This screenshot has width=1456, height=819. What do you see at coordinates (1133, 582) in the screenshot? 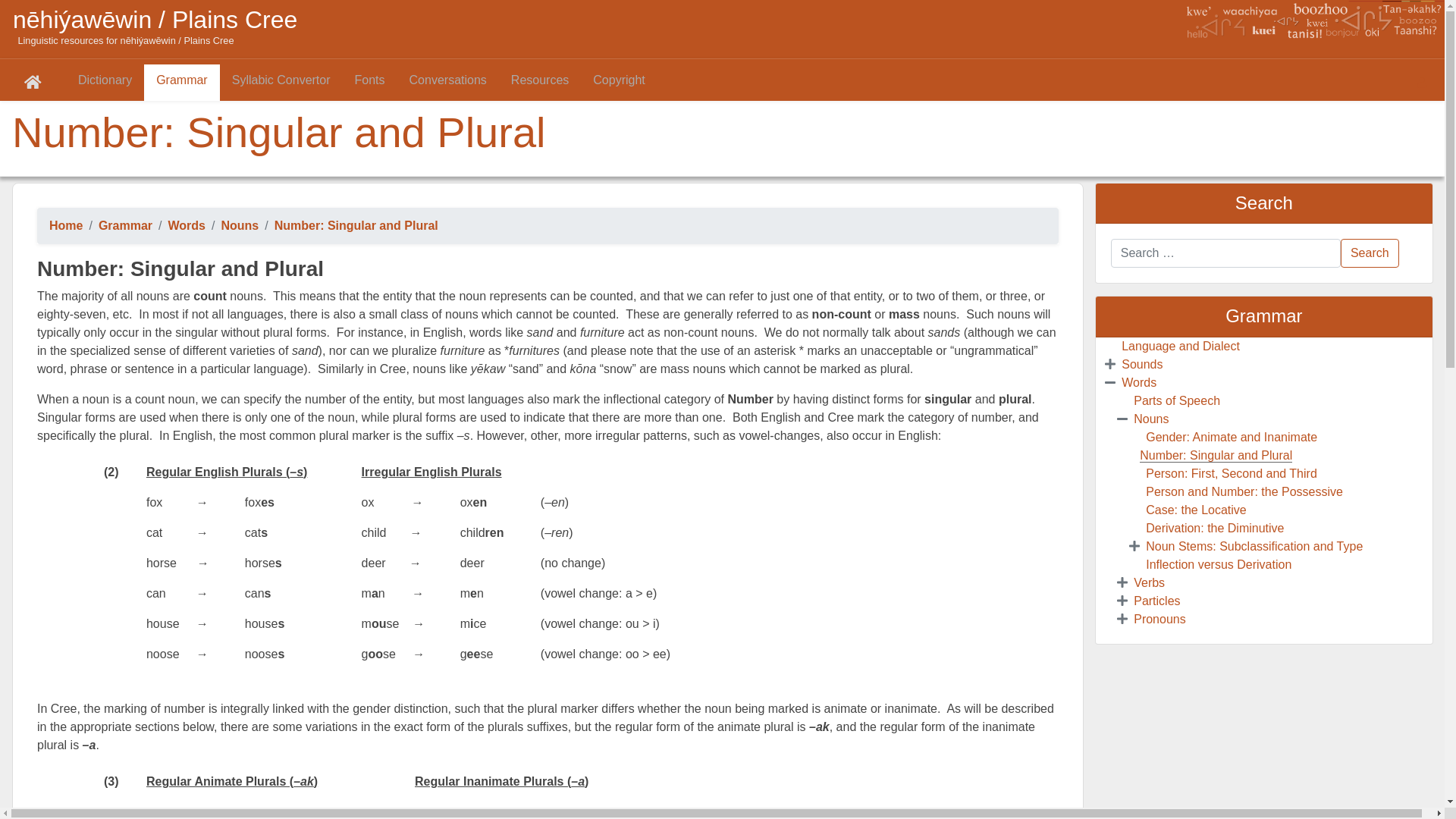
I see `'Verbs'` at bounding box center [1133, 582].